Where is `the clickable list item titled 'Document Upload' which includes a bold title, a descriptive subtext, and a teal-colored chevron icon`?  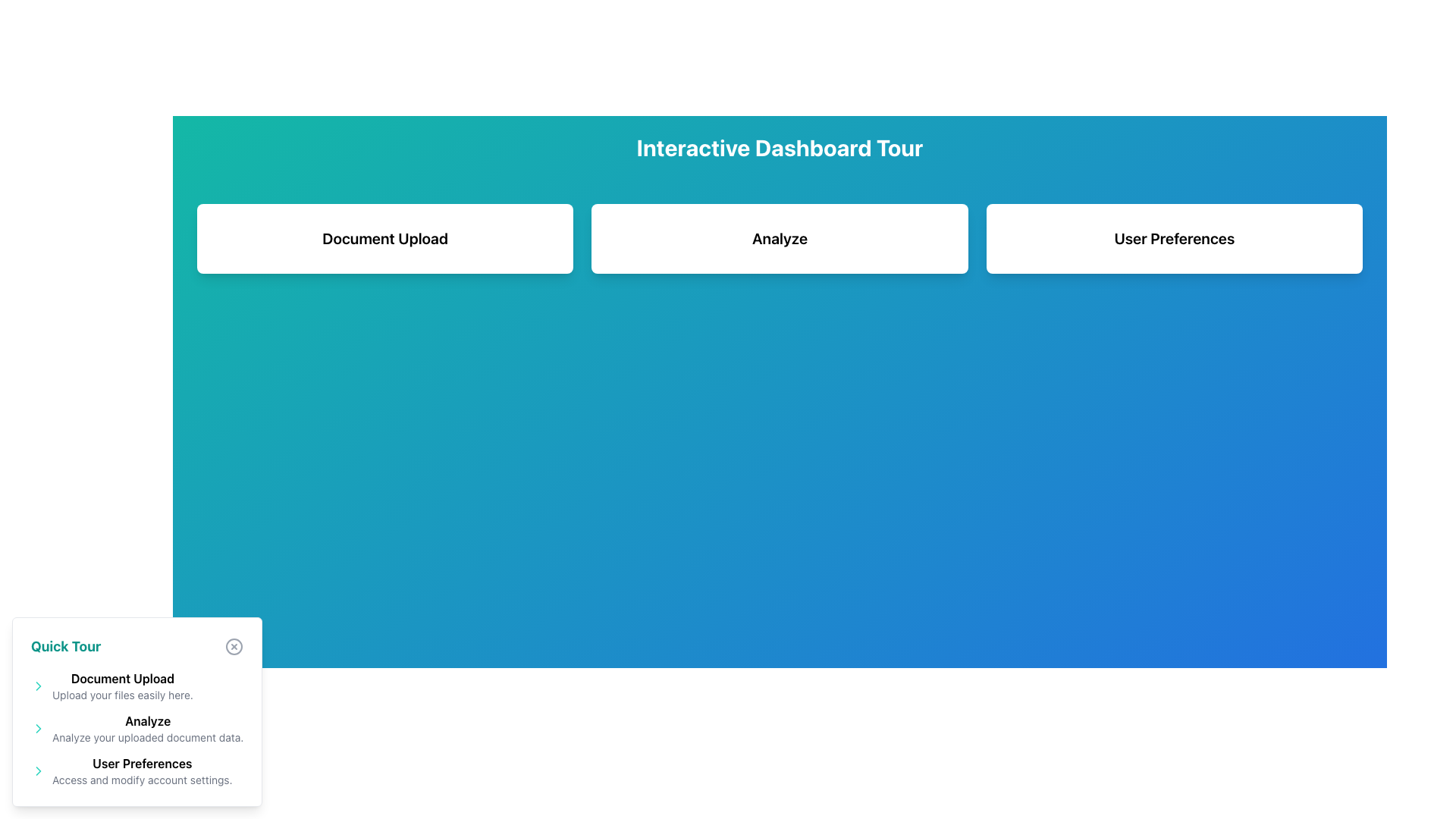
the clickable list item titled 'Document Upload' which includes a bold title, a descriptive subtext, and a teal-colored chevron icon is located at coordinates (137, 686).